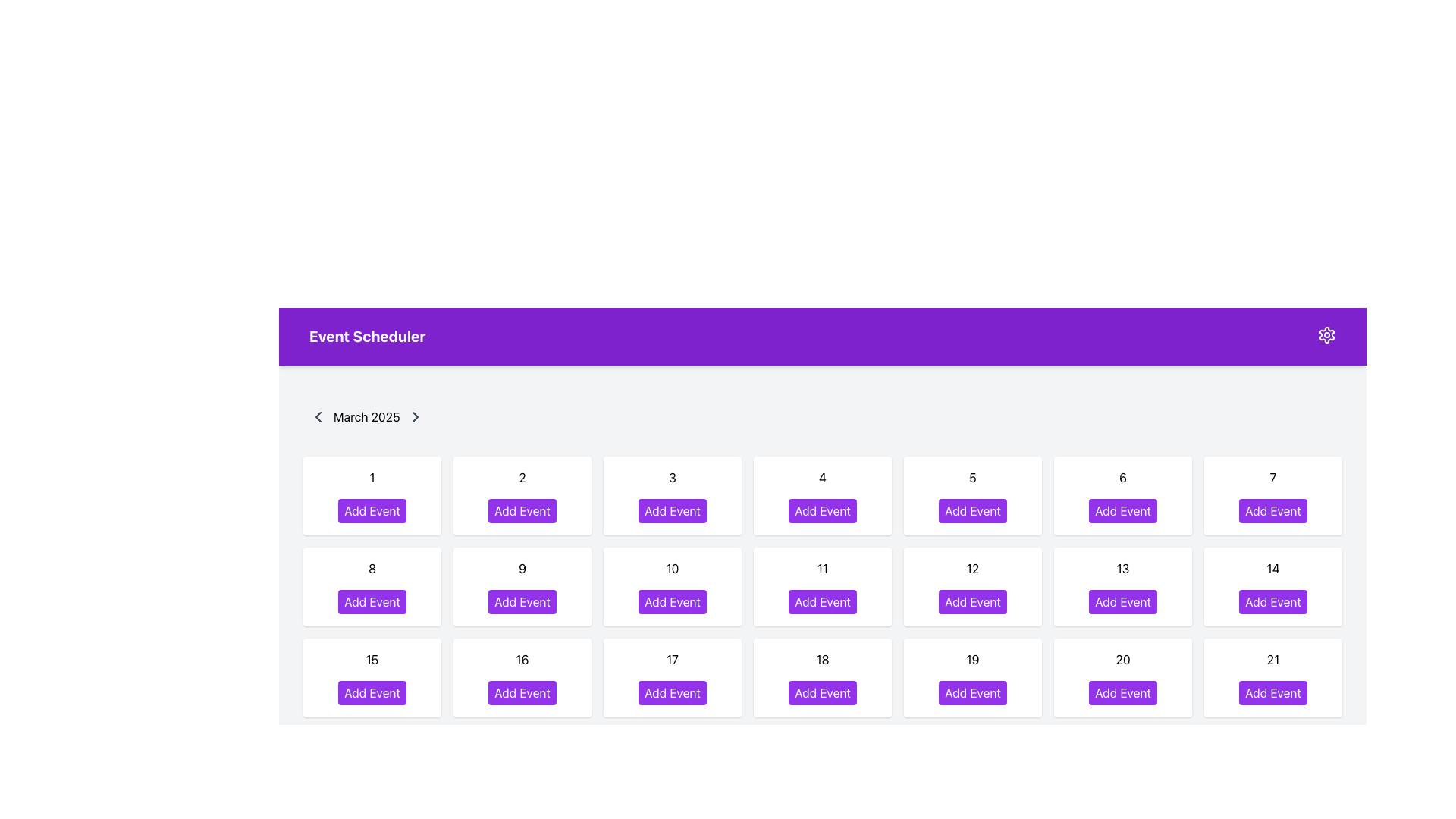 The height and width of the screenshot is (819, 1456). I want to click on the 'Add Event' button for day '19' in the calendar interface, so click(972, 693).